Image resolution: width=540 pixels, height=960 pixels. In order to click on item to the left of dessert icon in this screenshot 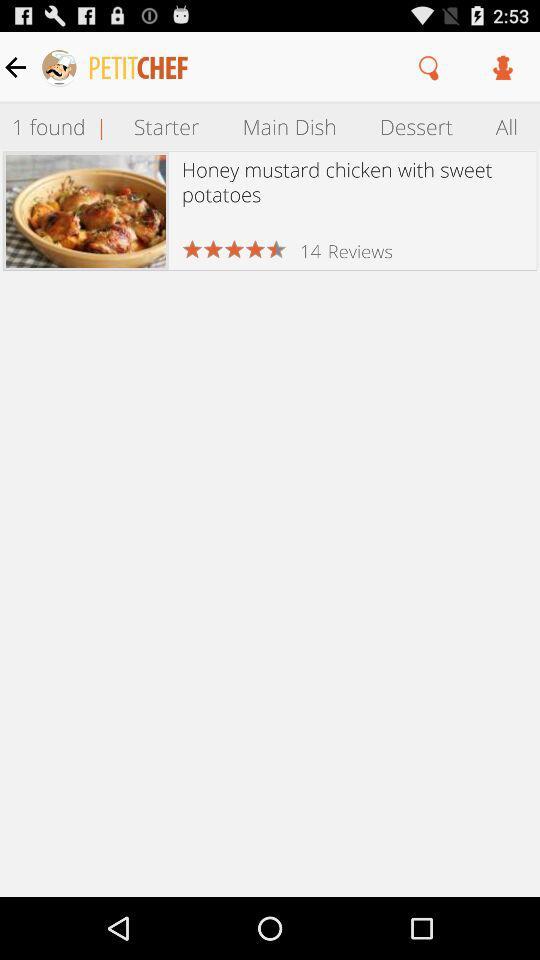, I will do `click(288, 125)`.